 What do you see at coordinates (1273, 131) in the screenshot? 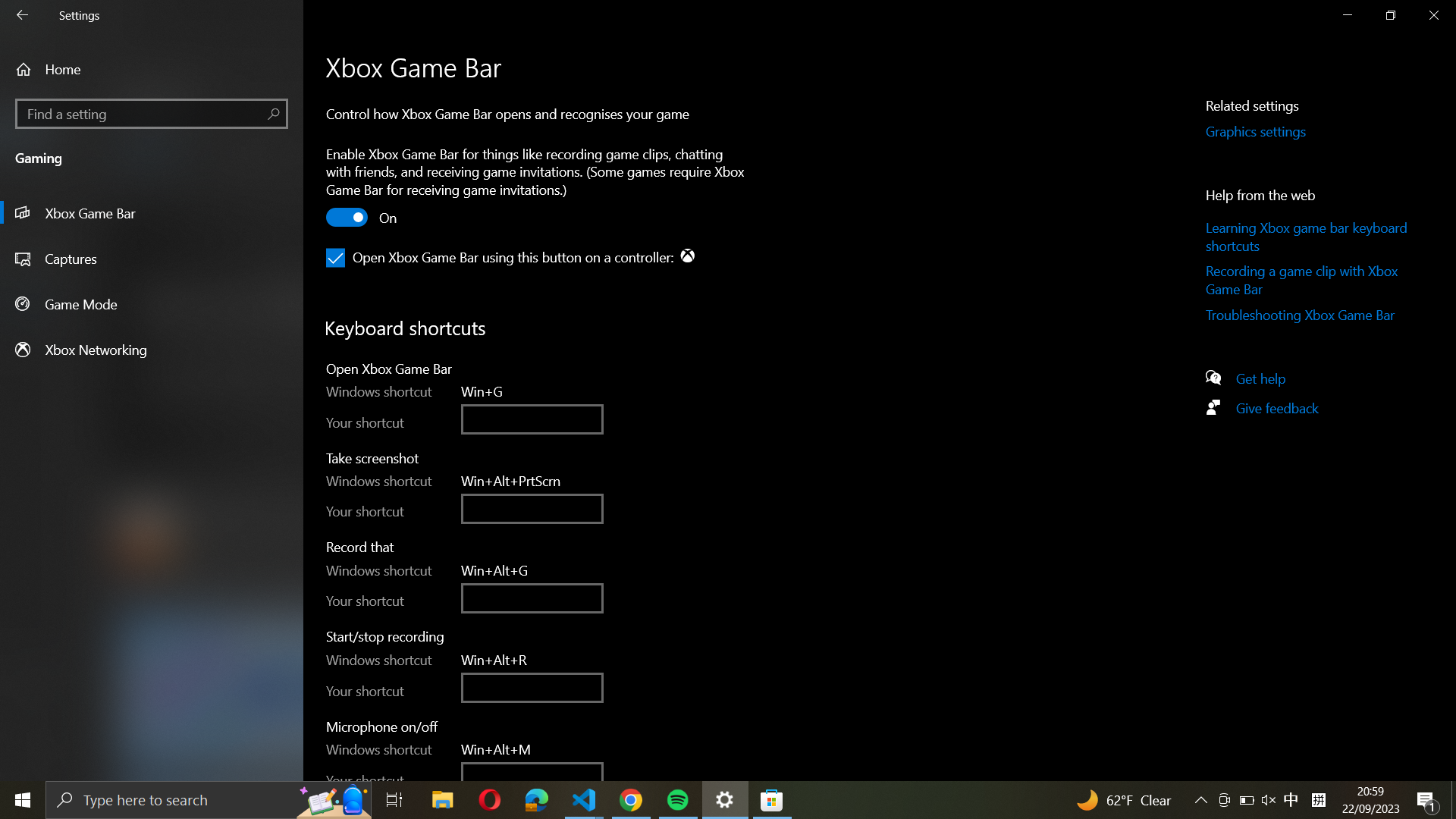
I see `the Graphics Settings by selecting the button on the right side of the screen` at bounding box center [1273, 131].